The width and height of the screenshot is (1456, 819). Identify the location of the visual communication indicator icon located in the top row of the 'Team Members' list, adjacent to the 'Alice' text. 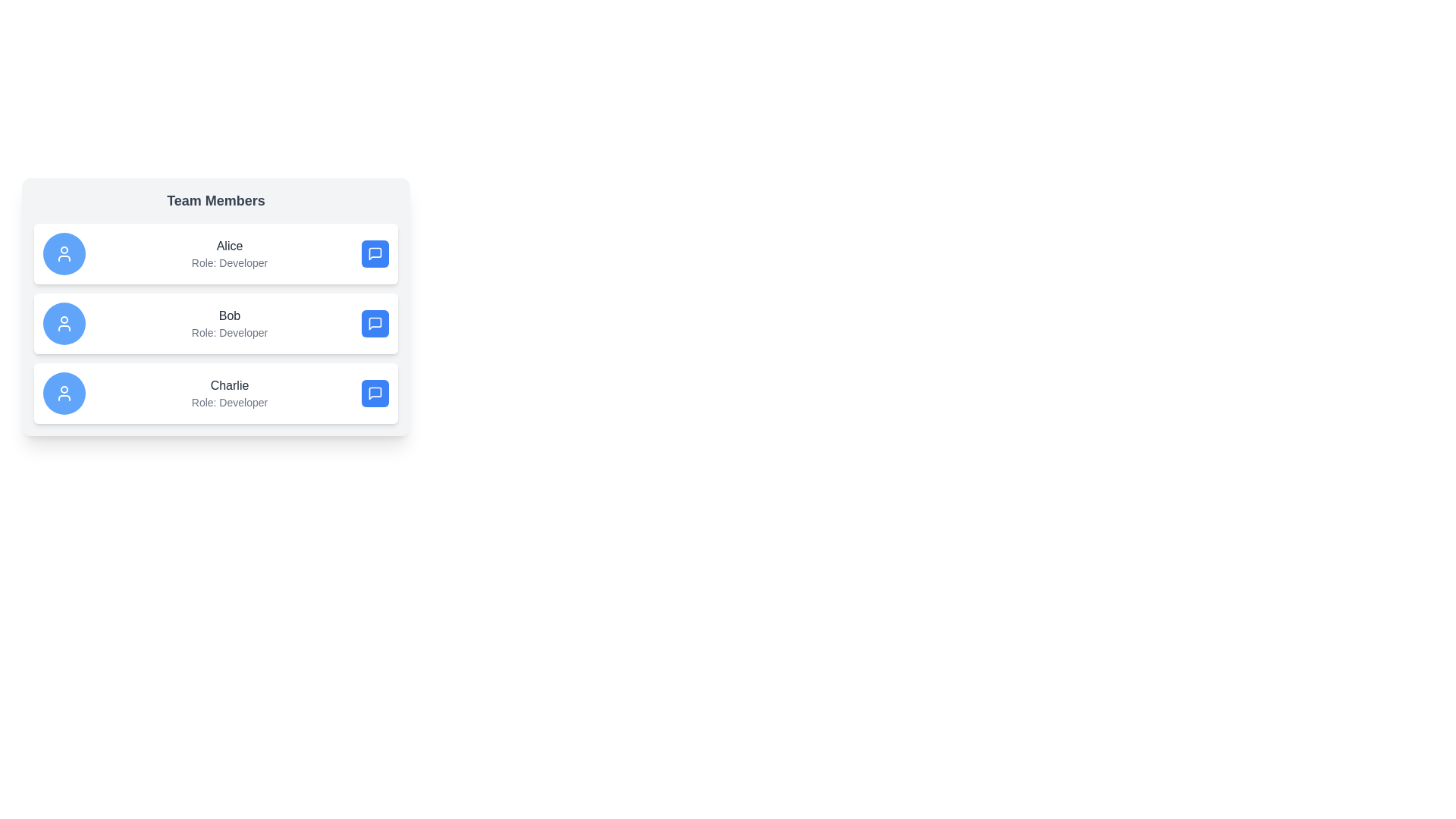
(375, 253).